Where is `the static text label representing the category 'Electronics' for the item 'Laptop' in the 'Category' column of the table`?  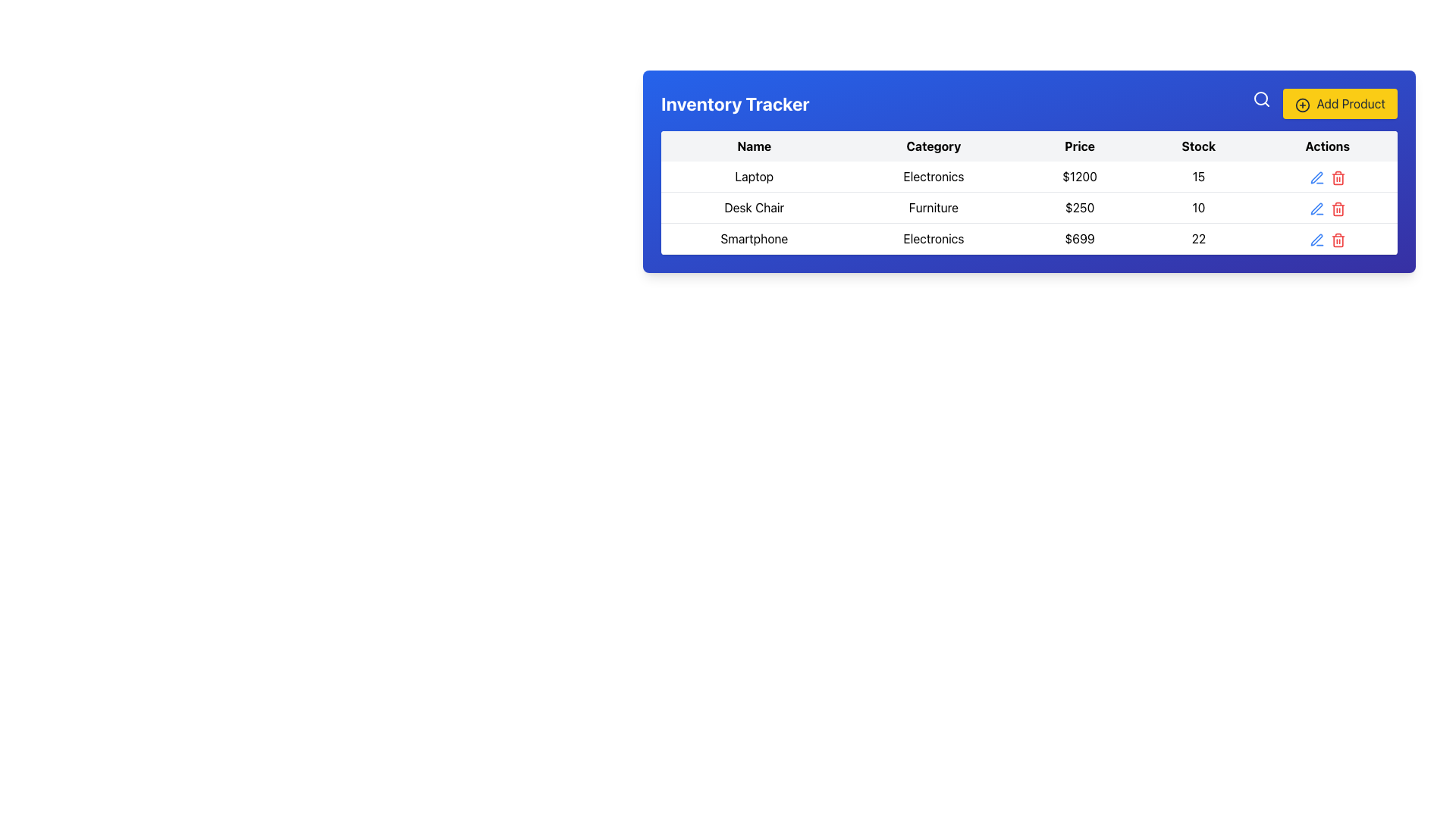
the static text label representing the category 'Electronics' for the item 'Laptop' in the 'Category' column of the table is located at coordinates (933, 176).